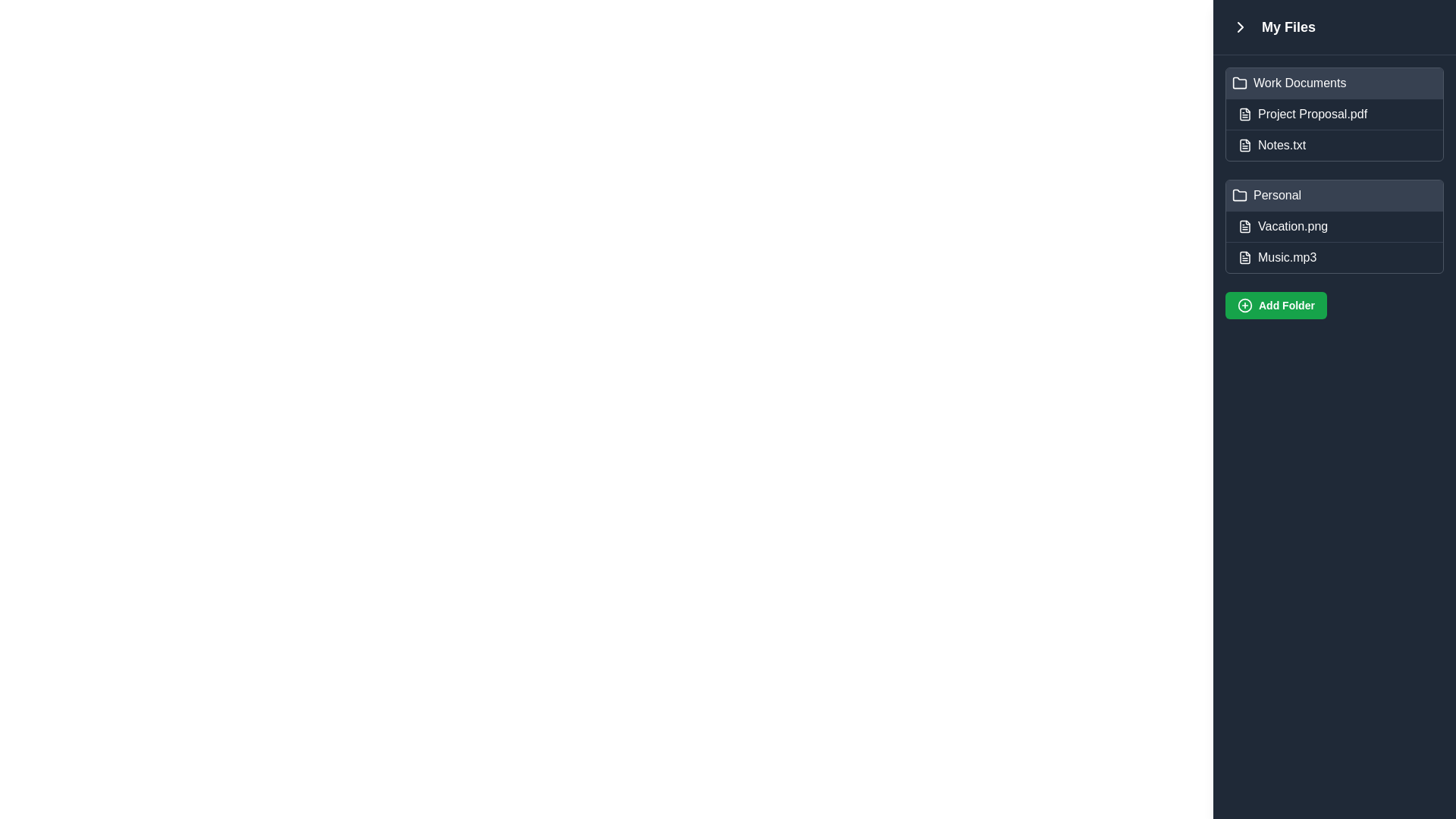 The image size is (1456, 819). What do you see at coordinates (1299, 83) in the screenshot?
I see `the label for the 'Work Documents' folder` at bounding box center [1299, 83].